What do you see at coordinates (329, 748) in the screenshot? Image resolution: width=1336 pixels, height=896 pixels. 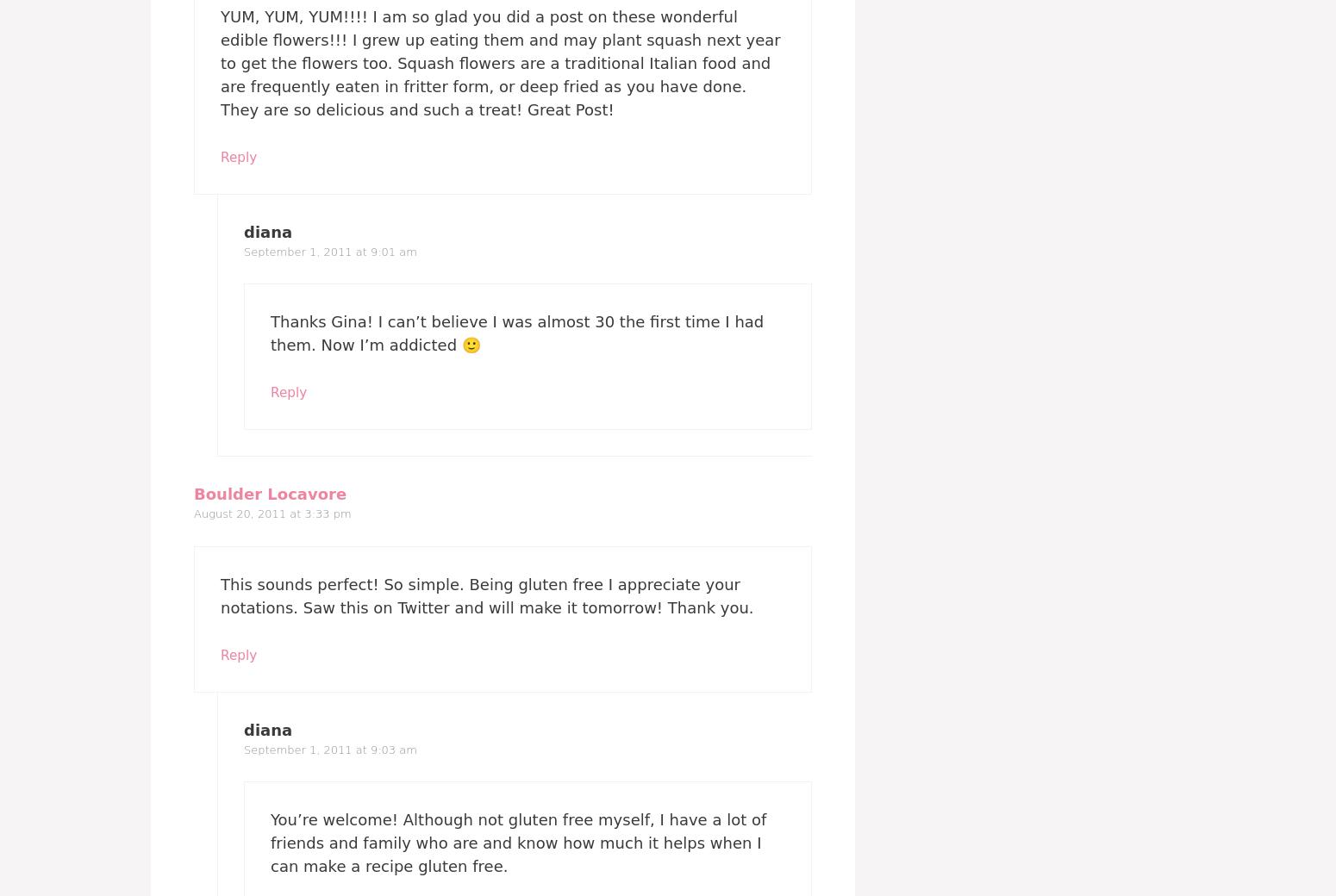 I see `'September 1, 2011 at 9:03 am'` at bounding box center [329, 748].